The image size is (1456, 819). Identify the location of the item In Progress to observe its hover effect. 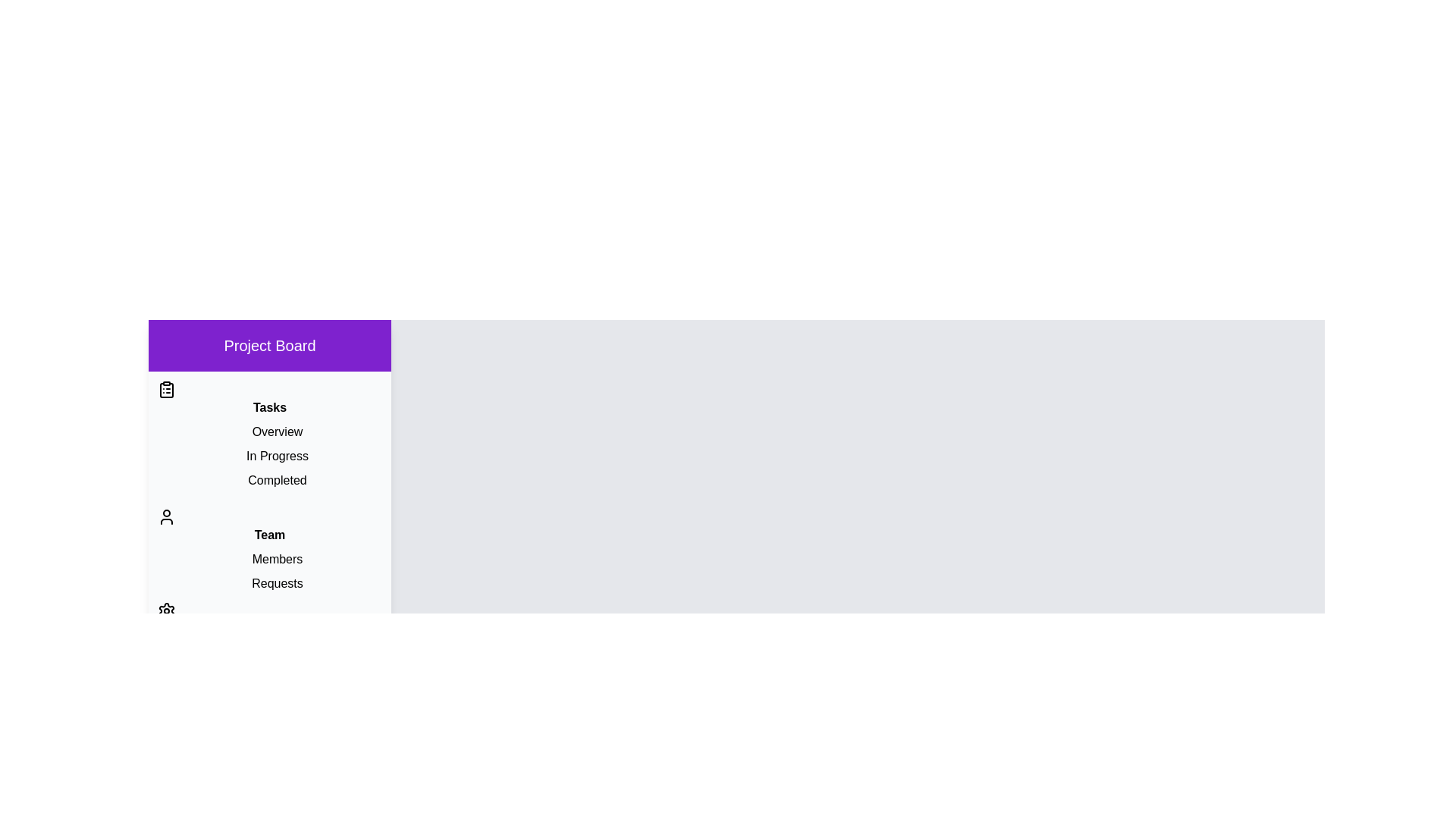
(269, 455).